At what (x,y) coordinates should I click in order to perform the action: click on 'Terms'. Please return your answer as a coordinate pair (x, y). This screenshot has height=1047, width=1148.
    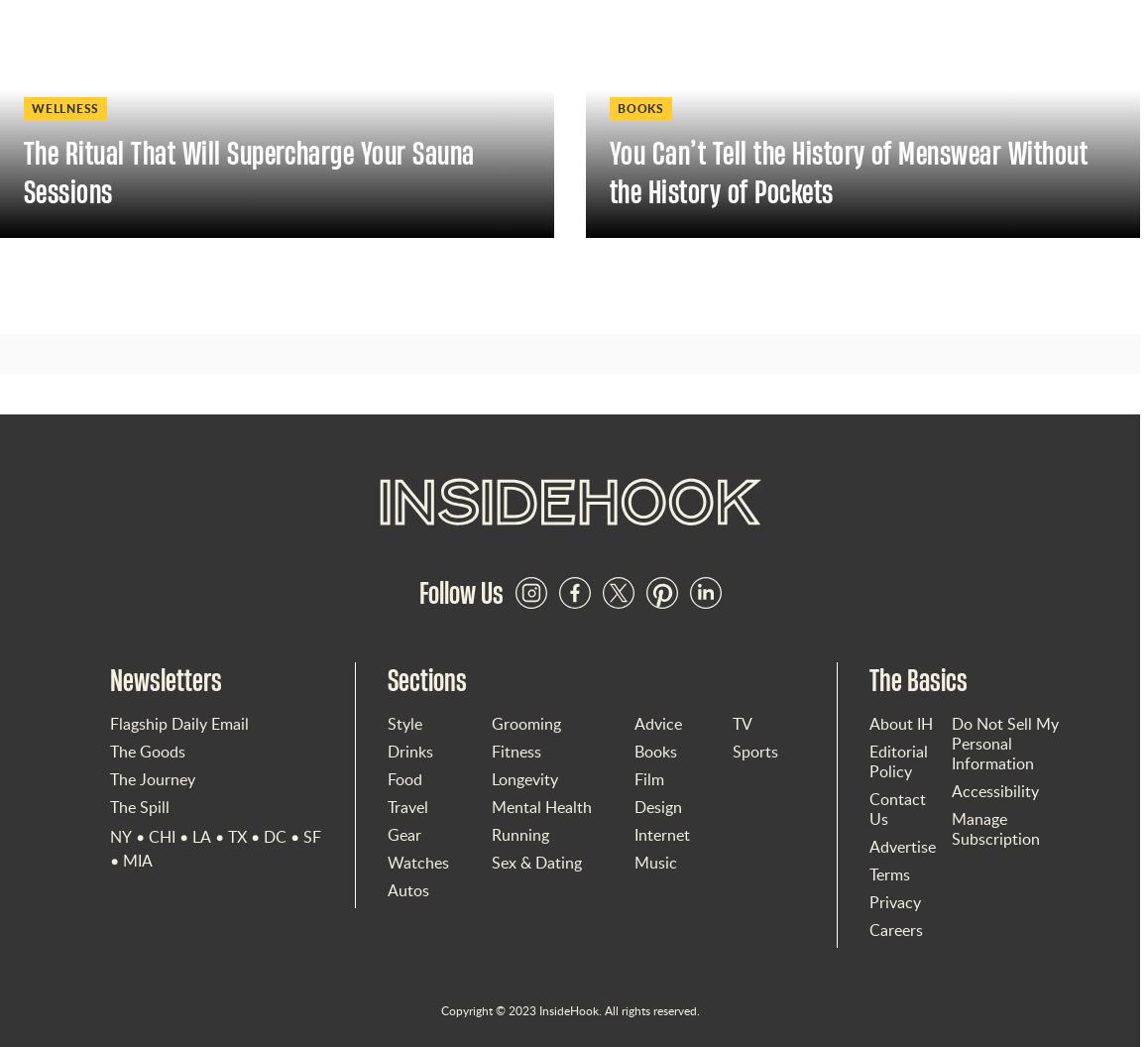
    Looking at the image, I should click on (888, 872).